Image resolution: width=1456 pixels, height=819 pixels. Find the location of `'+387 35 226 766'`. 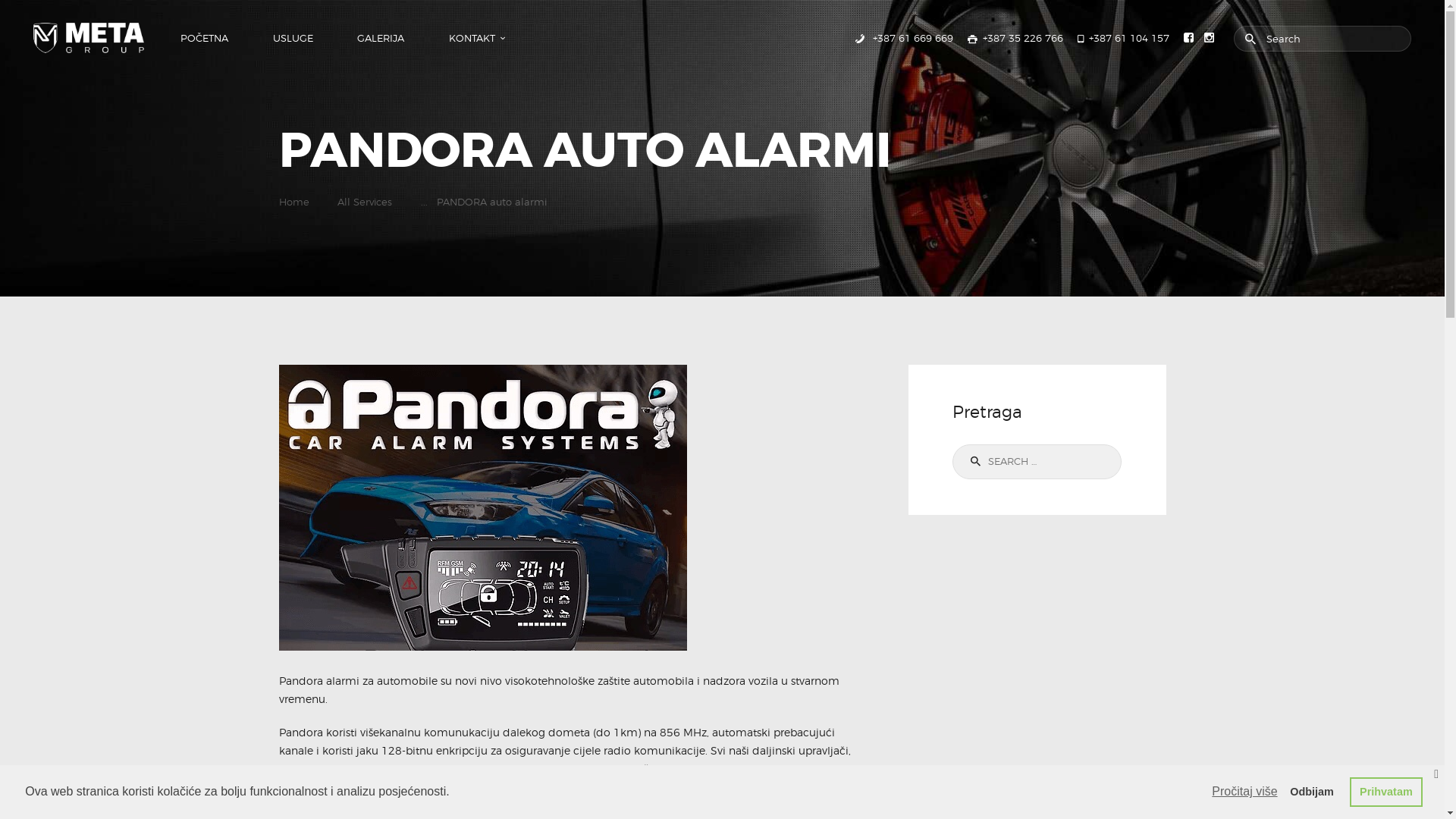

'+387 35 226 766' is located at coordinates (1015, 37).